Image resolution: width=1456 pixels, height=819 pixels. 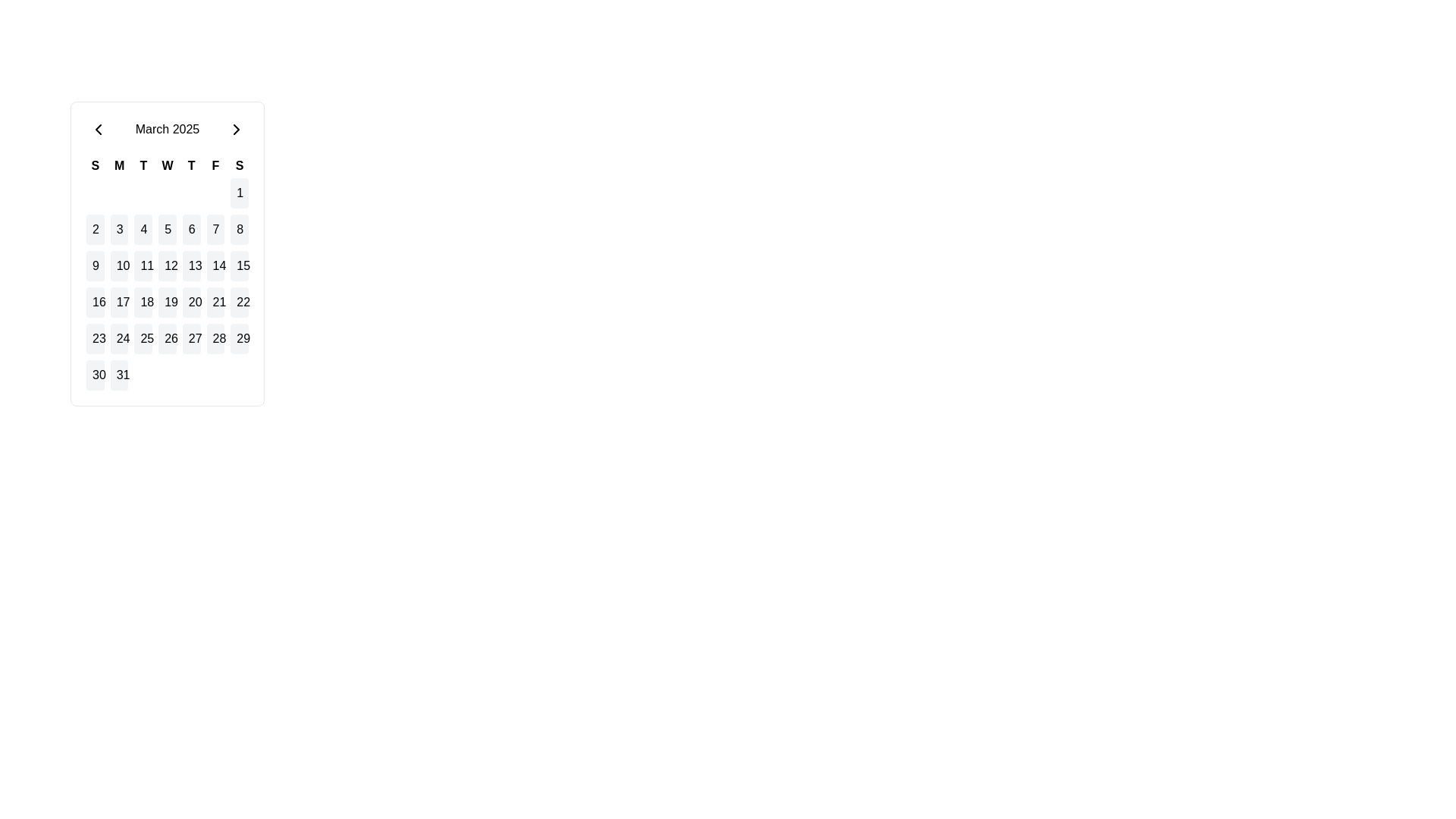 What do you see at coordinates (143, 302) in the screenshot?
I see `the calendar button representing the date '18'` at bounding box center [143, 302].